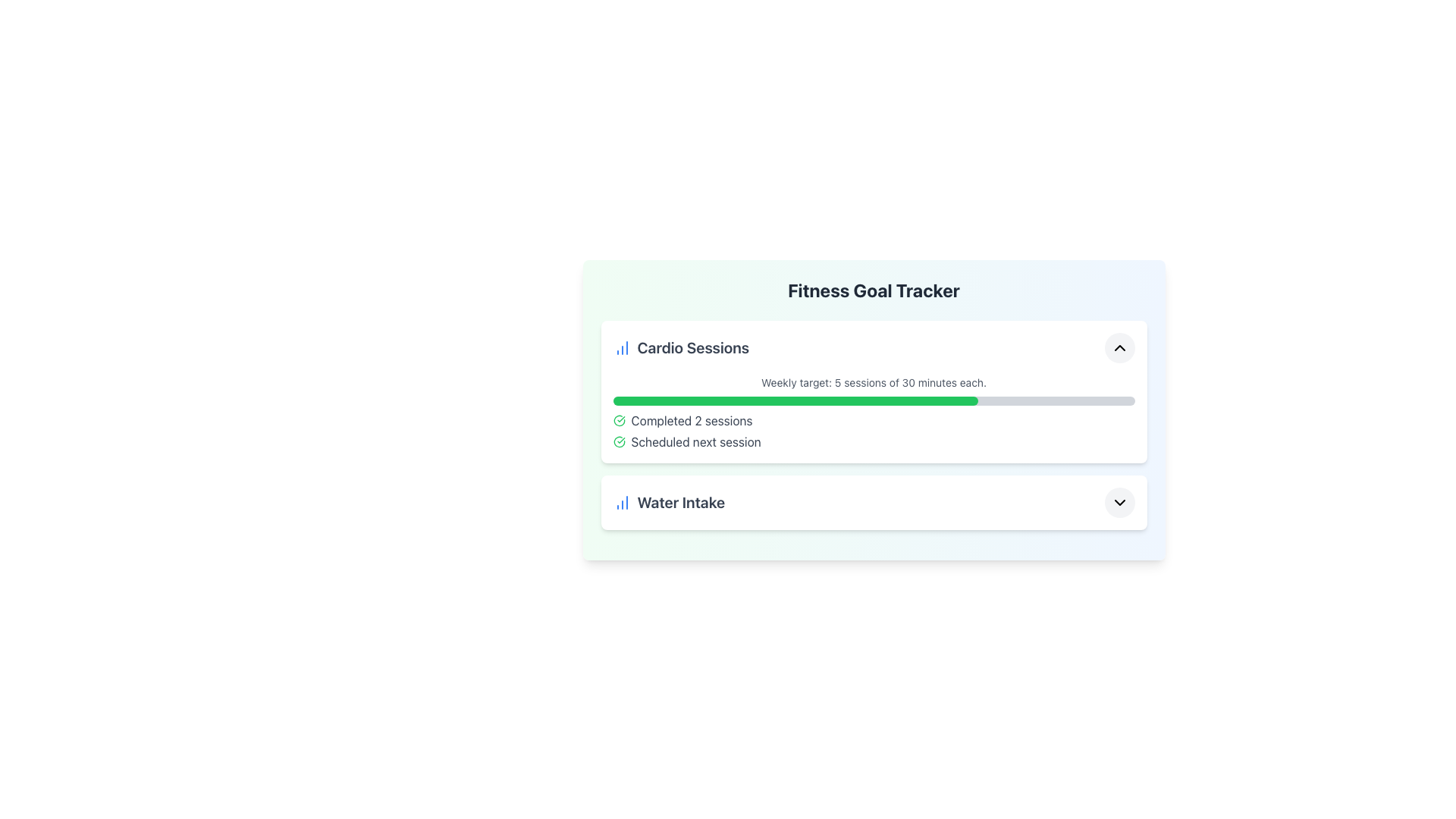 The height and width of the screenshot is (819, 1456). What do you see at coordinates (619, 441) in the screenshot?
I see `the small circular icon with a green checkmark in the 'Scheduled next session' section of 'Cardio Sessions'` at bounding box center [619, 441].